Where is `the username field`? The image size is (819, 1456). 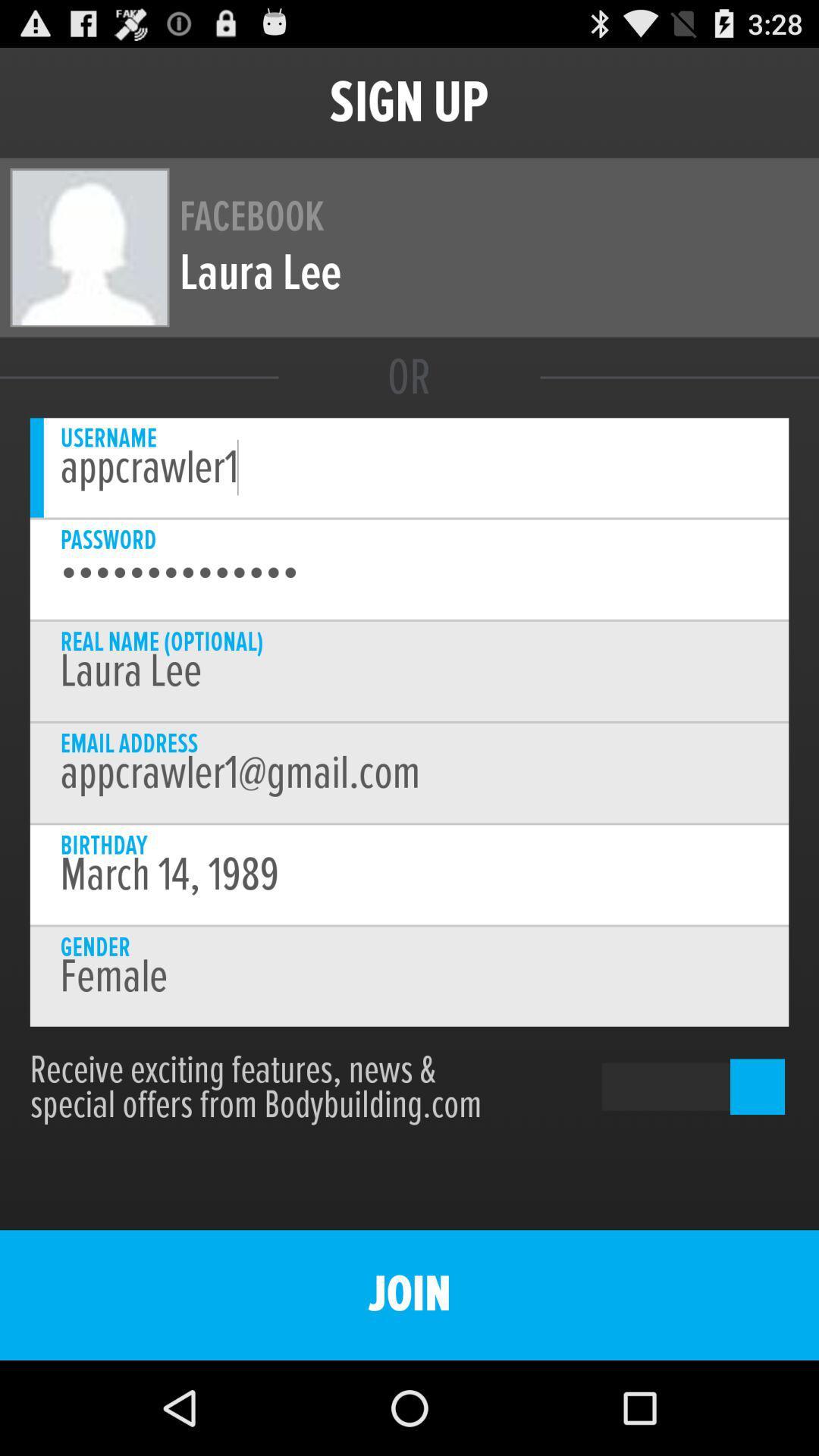
the username field is located at coordinates (409, 467).